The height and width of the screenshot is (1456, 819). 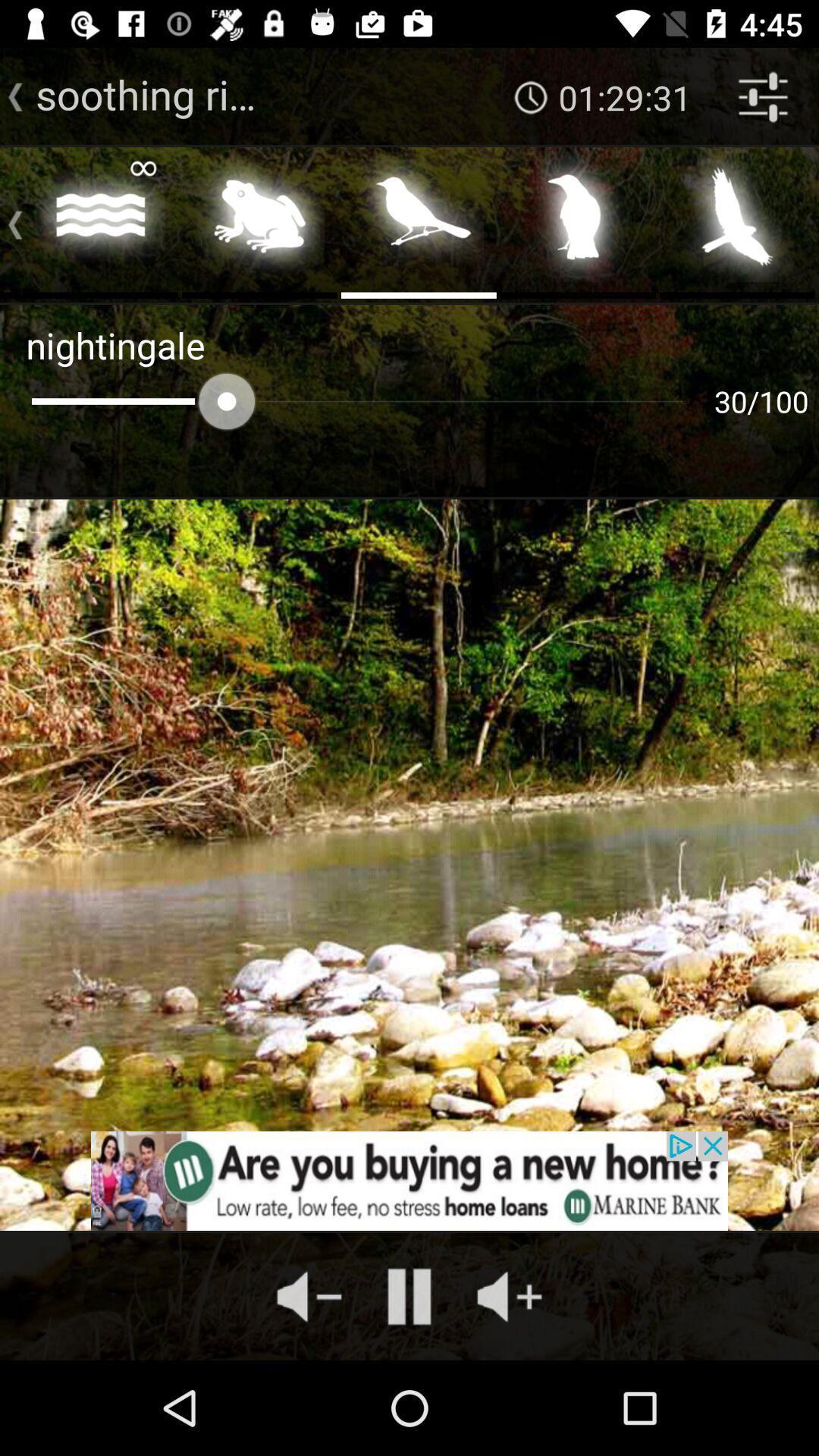 I want to click on the volume icon, so click(x=509, y=1295).